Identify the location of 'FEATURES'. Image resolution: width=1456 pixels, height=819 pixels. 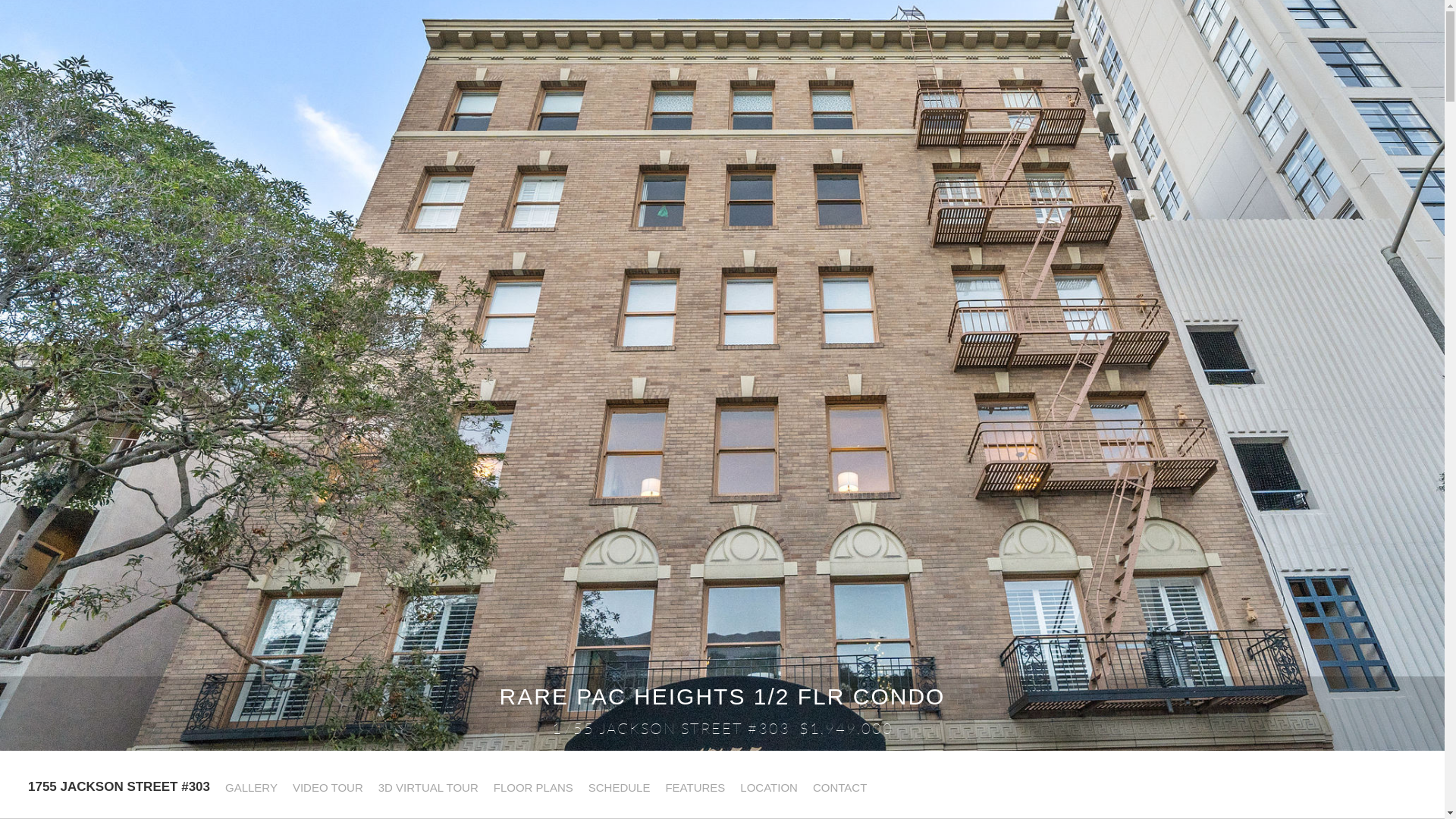
(693, 786).